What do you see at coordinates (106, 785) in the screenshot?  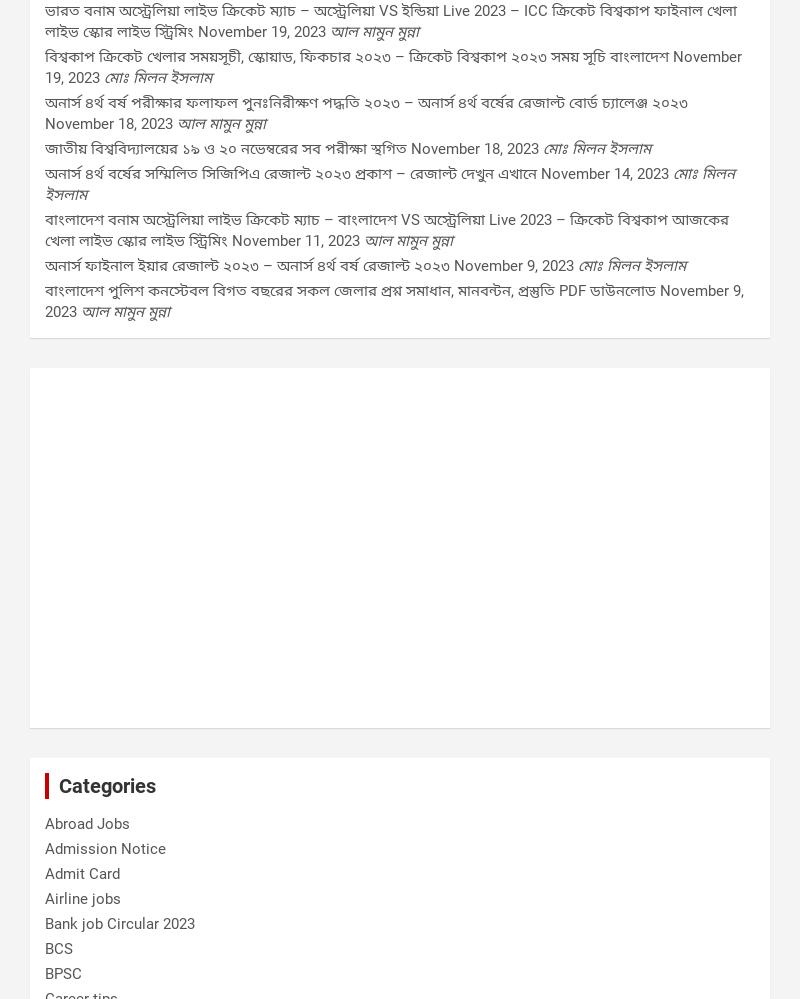 I see `'Categories'` at bounding box center [106, 785].